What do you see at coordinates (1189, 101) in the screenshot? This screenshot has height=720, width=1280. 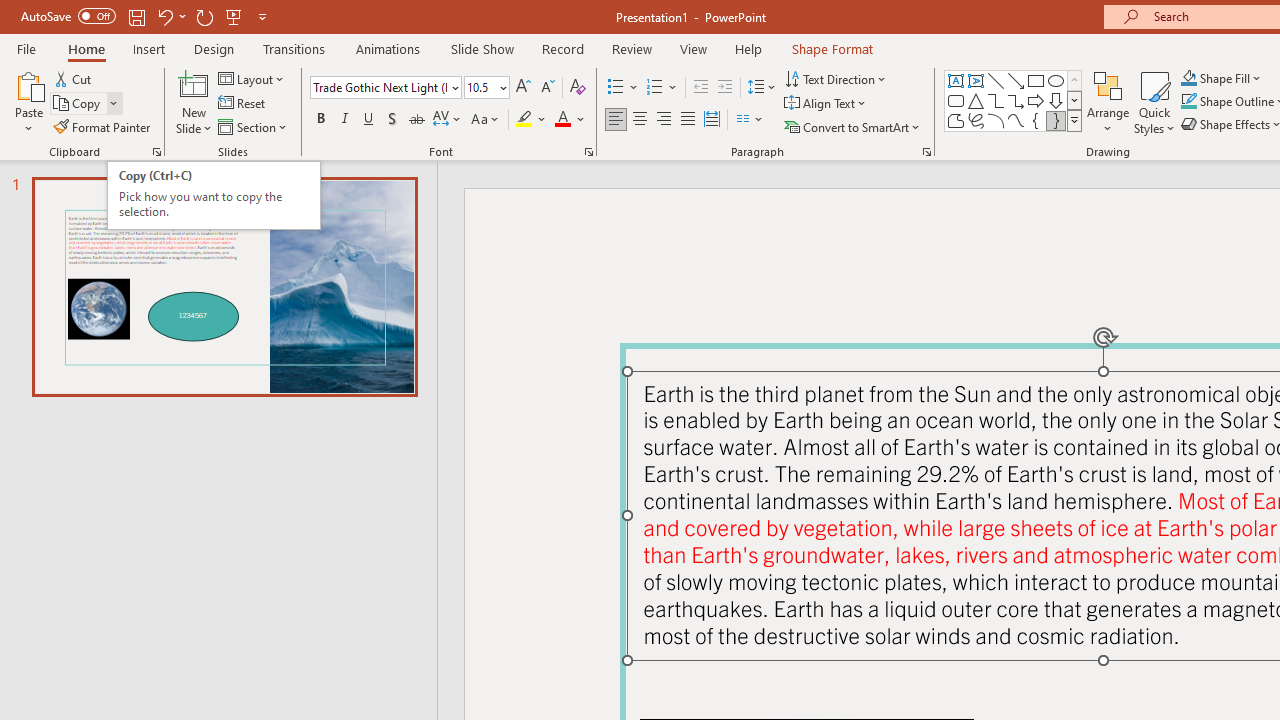 I see `'Shape Outline Teal, Accent 1'` at bounding box center [1189, 101].